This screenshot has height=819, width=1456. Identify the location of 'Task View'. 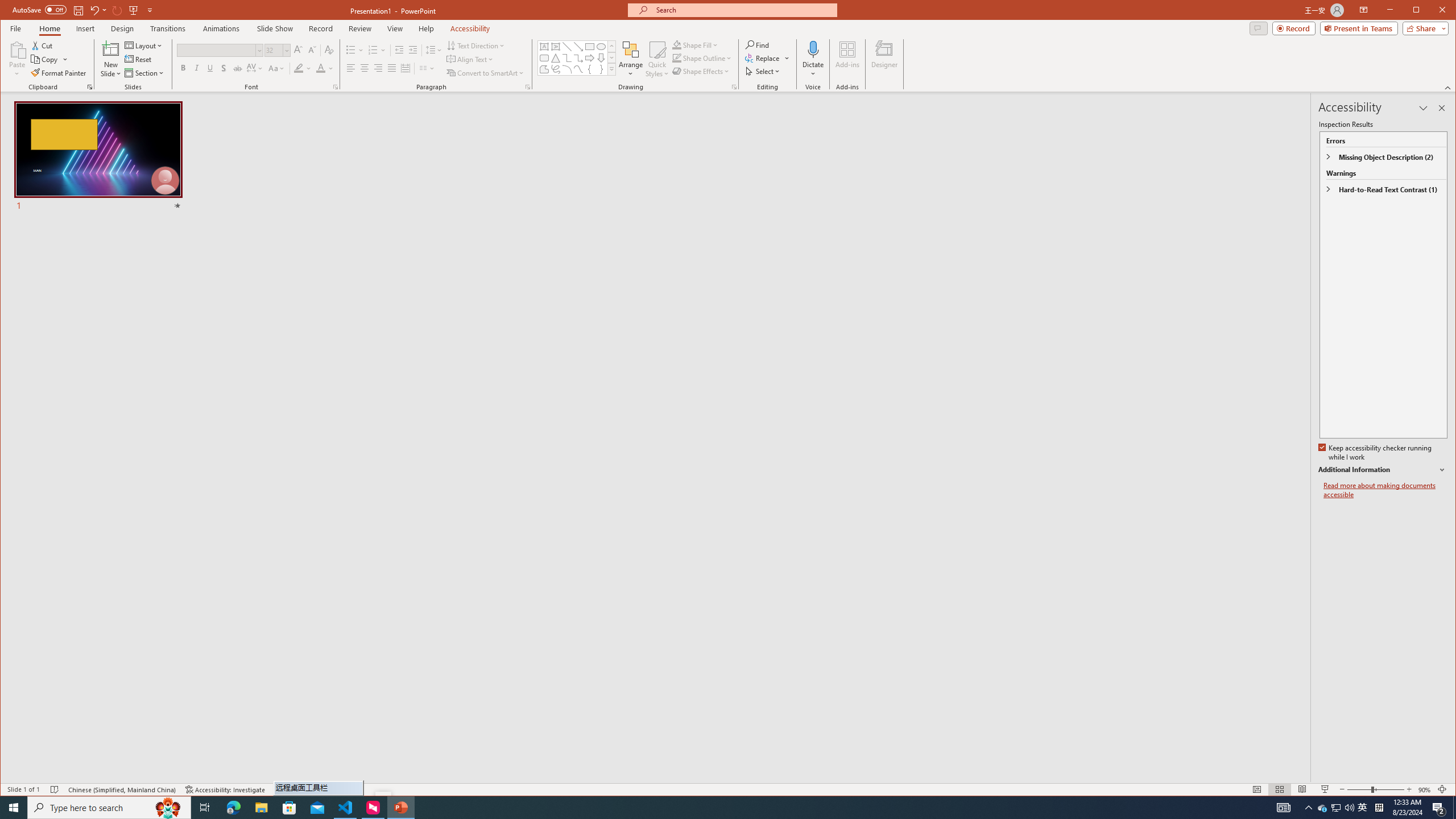
(204, 806).